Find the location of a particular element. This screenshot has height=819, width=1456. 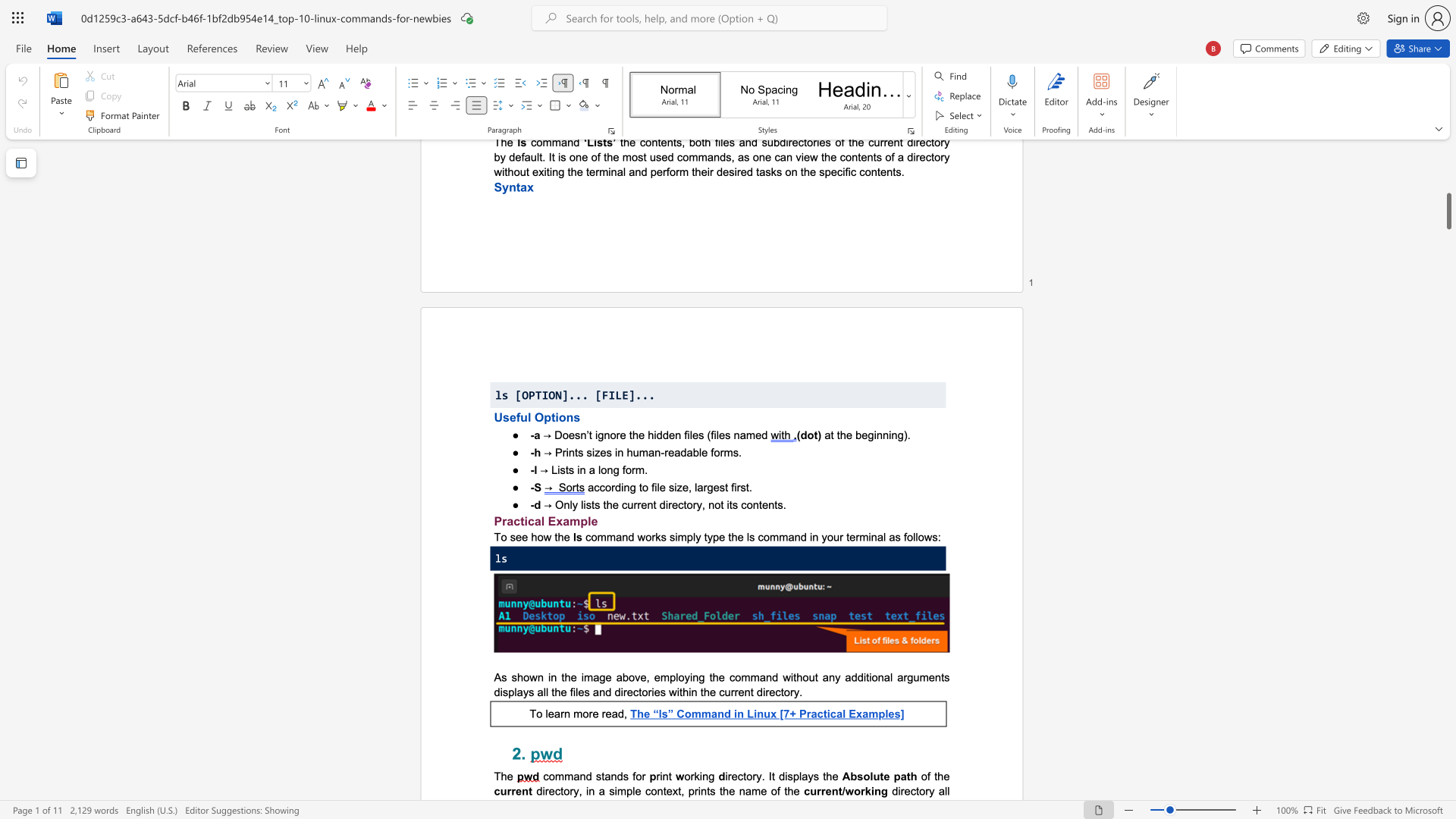

the subset text "cal Ex" within the text "Practical Example" is located at coordinates (528, 520).